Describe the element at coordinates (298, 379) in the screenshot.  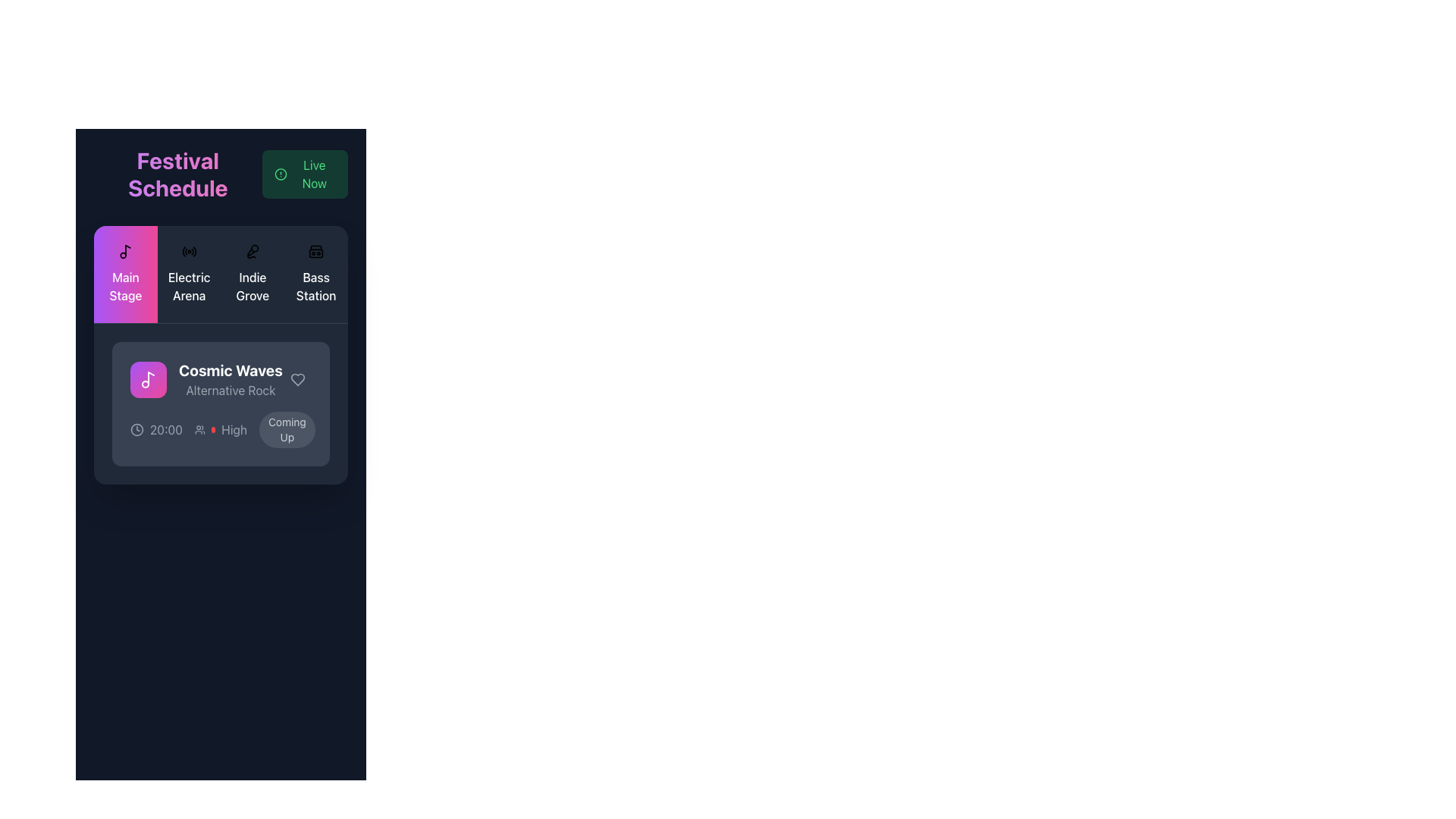
I see `the favorite button located at the far right of the card displaying 'Cosmic Waves' and 'Alternative Rock' to observe the hover effect` at that location.